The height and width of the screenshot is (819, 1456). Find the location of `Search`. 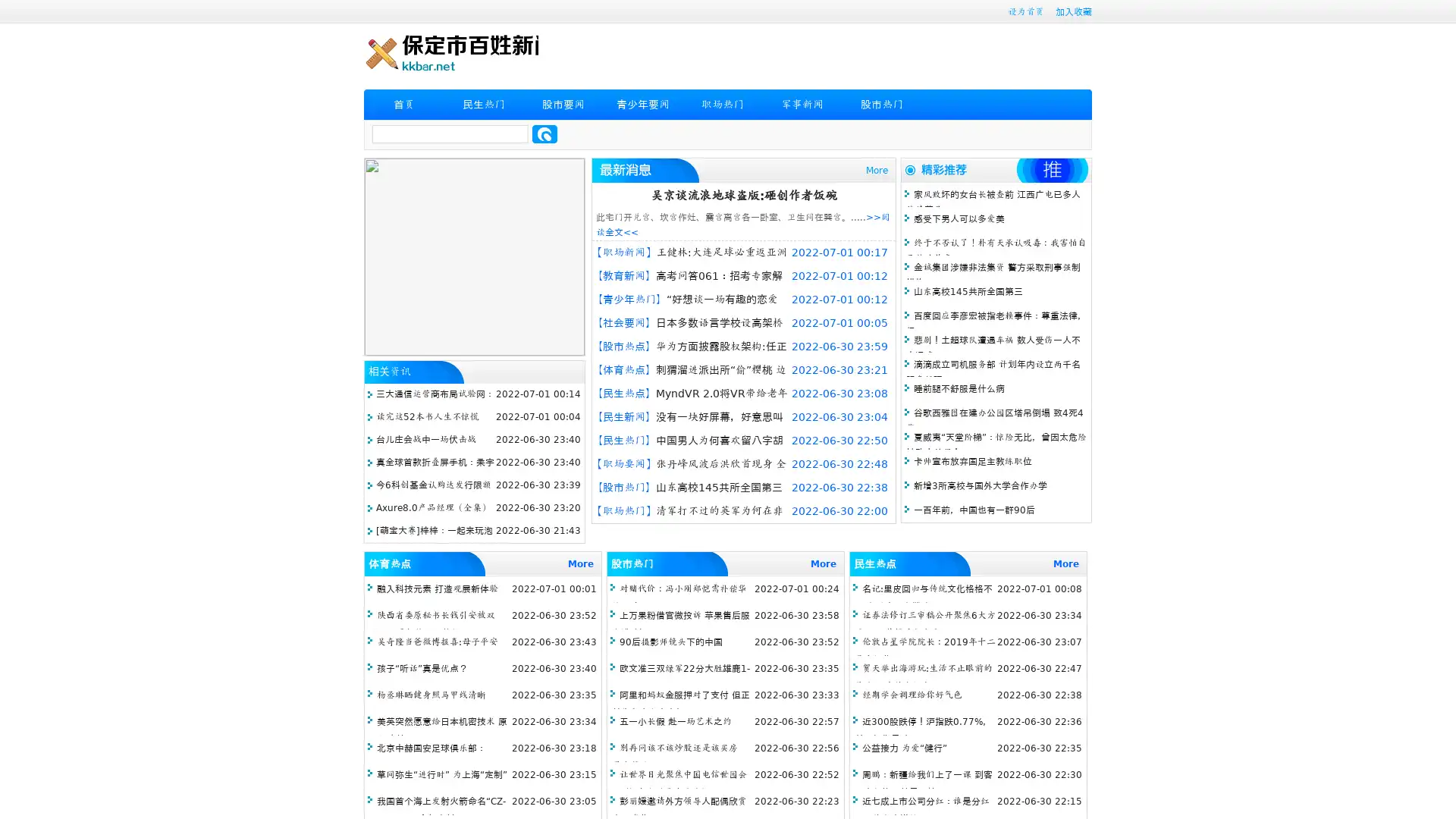

Search is located at coordinates (544, 133).